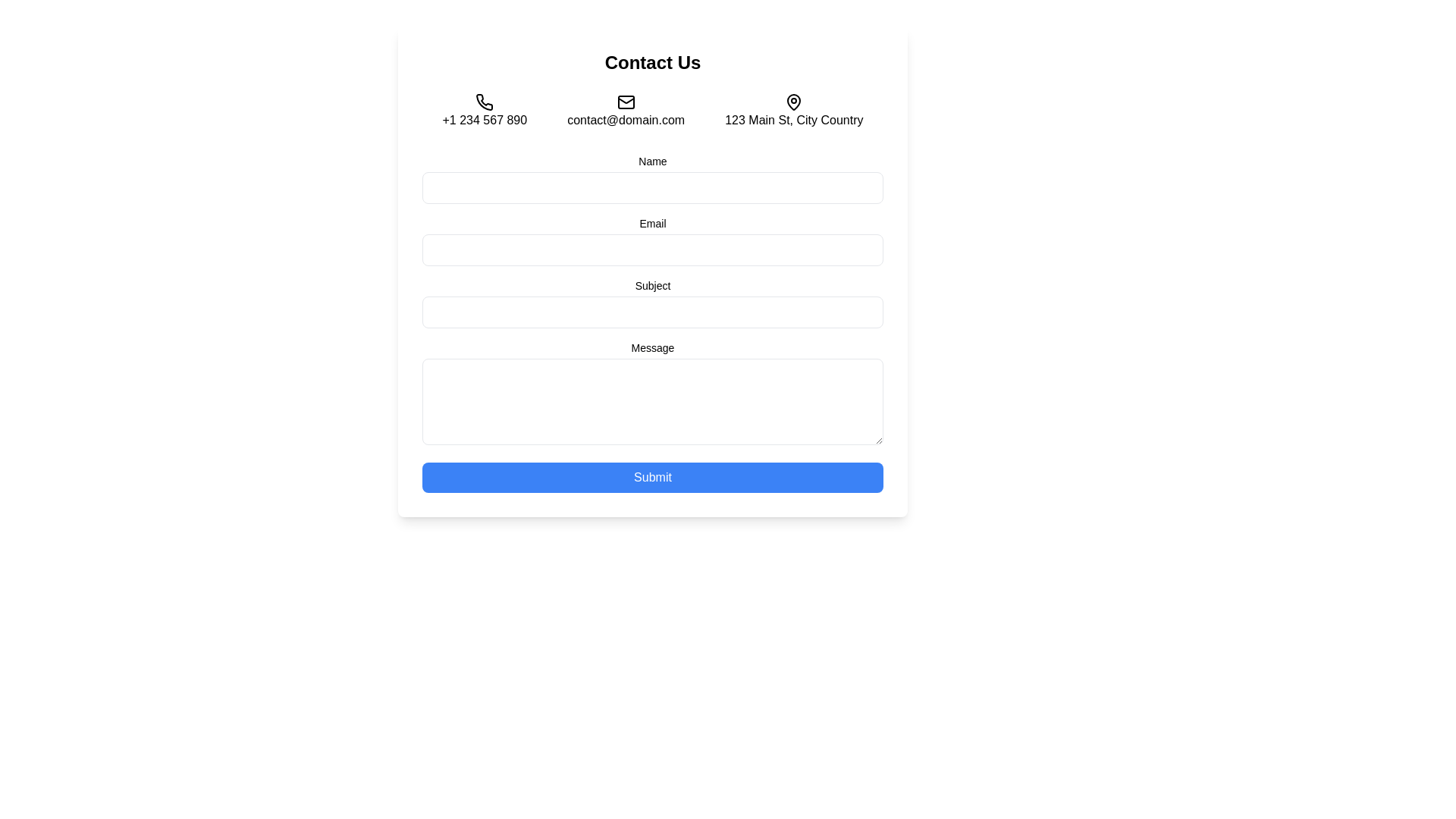  I want to click on the 'Subject' label that indicates the purpose of the adjacent text input field, positioned between the email input and the message text area, so click(652, 286).